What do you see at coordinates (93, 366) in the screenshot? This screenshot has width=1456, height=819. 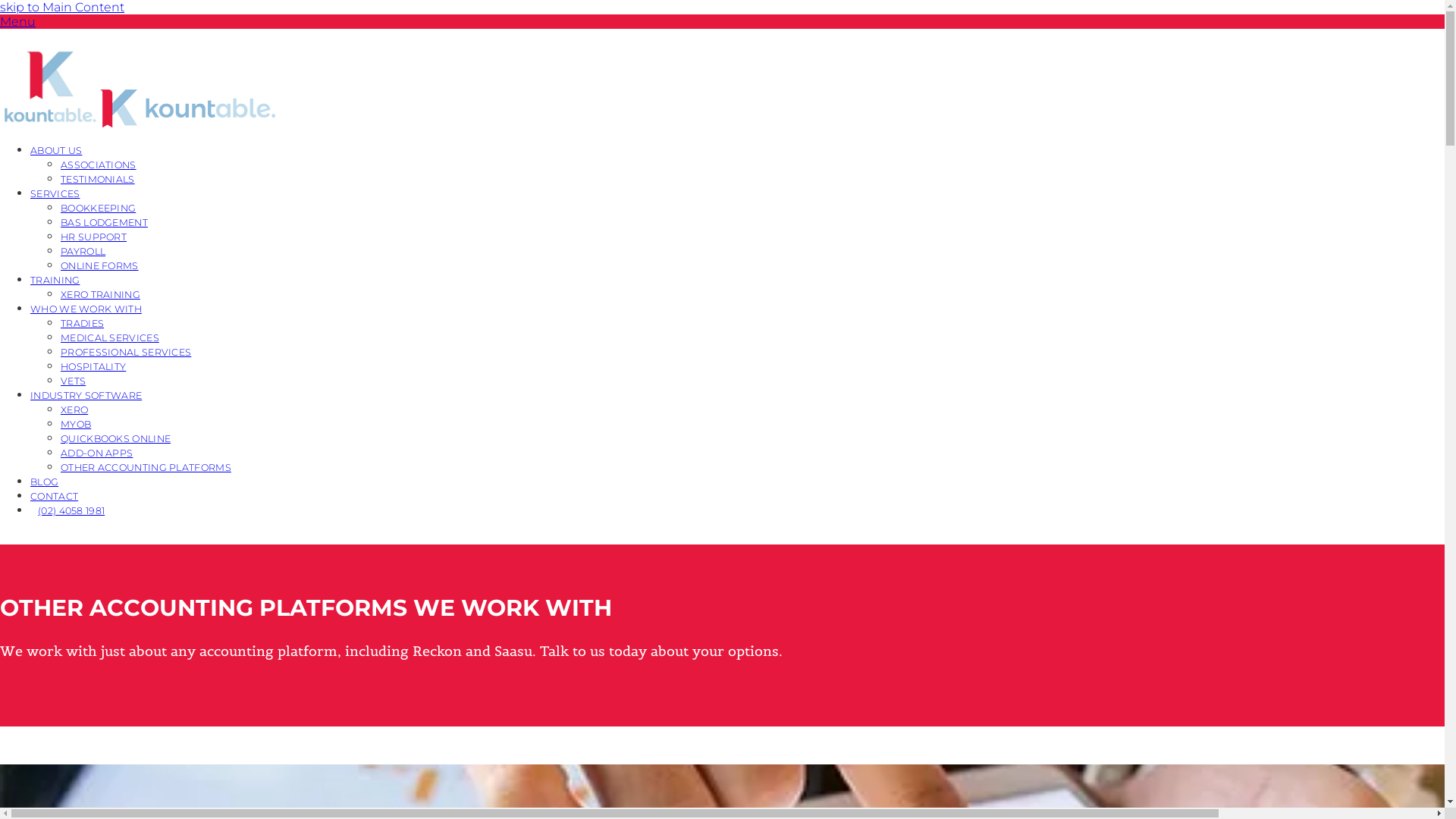 I see `'HOSPITALITY'` at bounding box center [93, 366].